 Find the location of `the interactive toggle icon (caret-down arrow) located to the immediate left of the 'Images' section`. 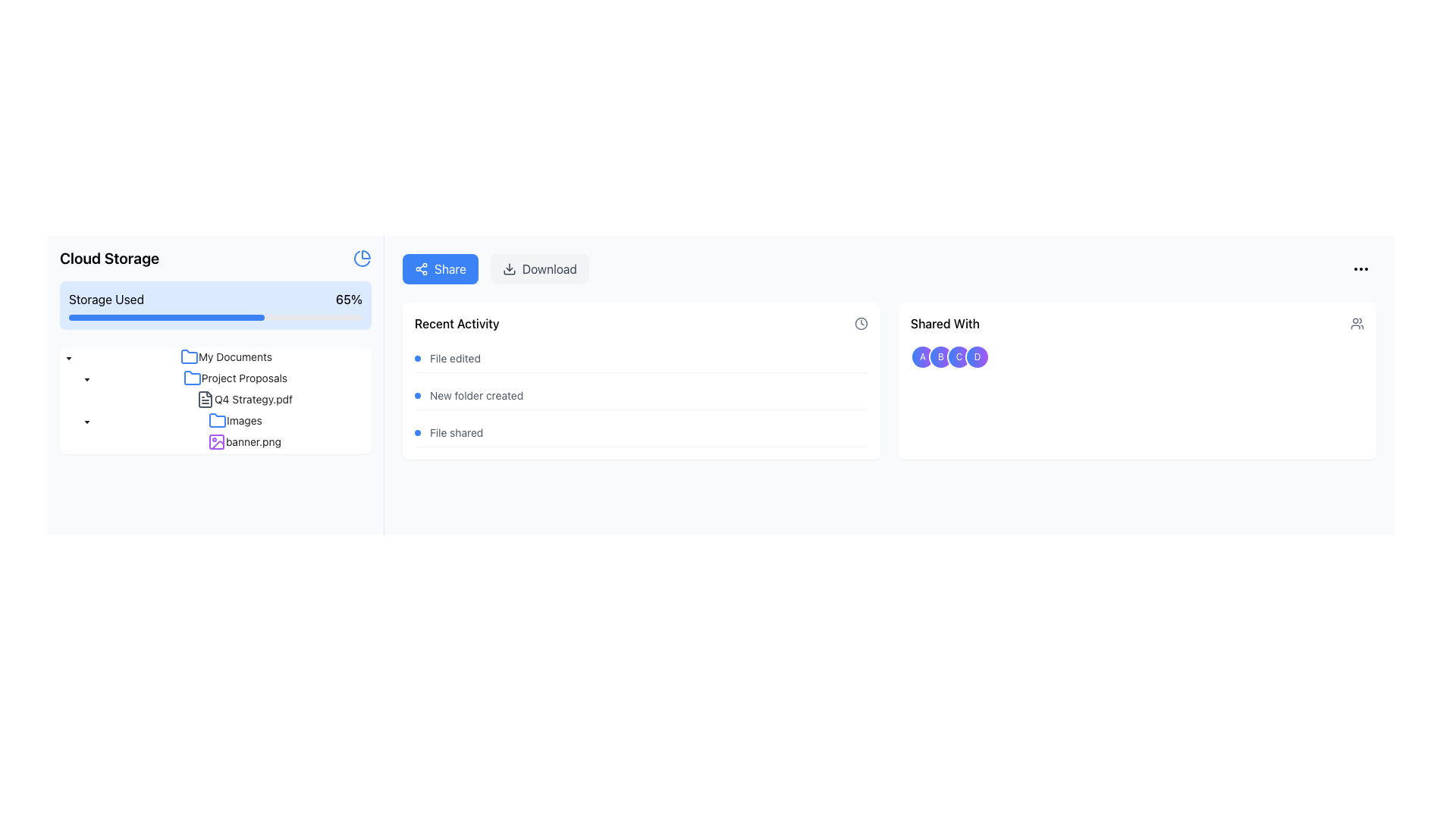

the interactive toggle icon (caret-down arrow) located to the immediate left of the 'Images' section is located at coordinates (86, 421).